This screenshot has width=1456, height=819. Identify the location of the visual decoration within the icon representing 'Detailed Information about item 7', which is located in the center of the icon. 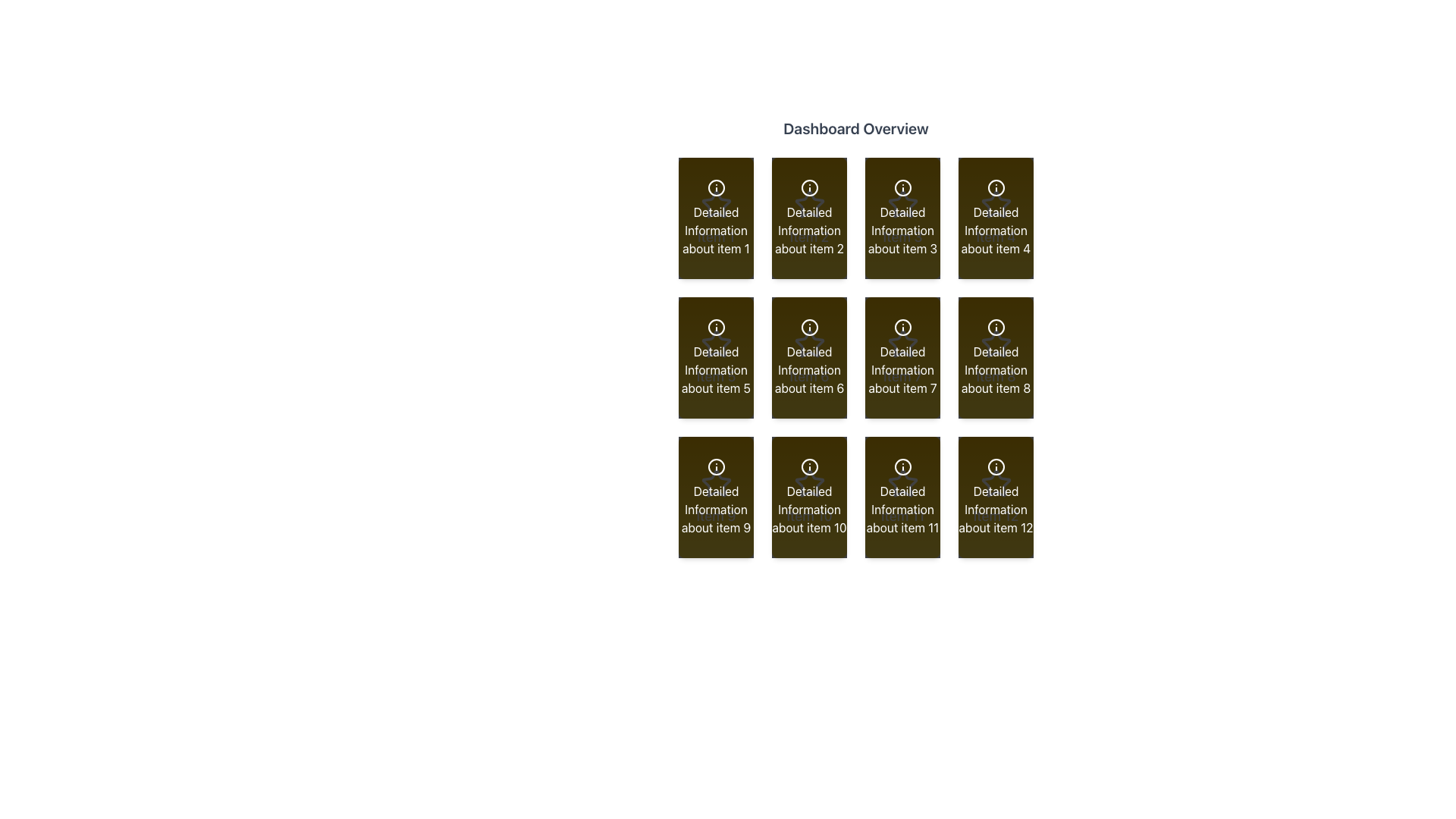
(902, 327).